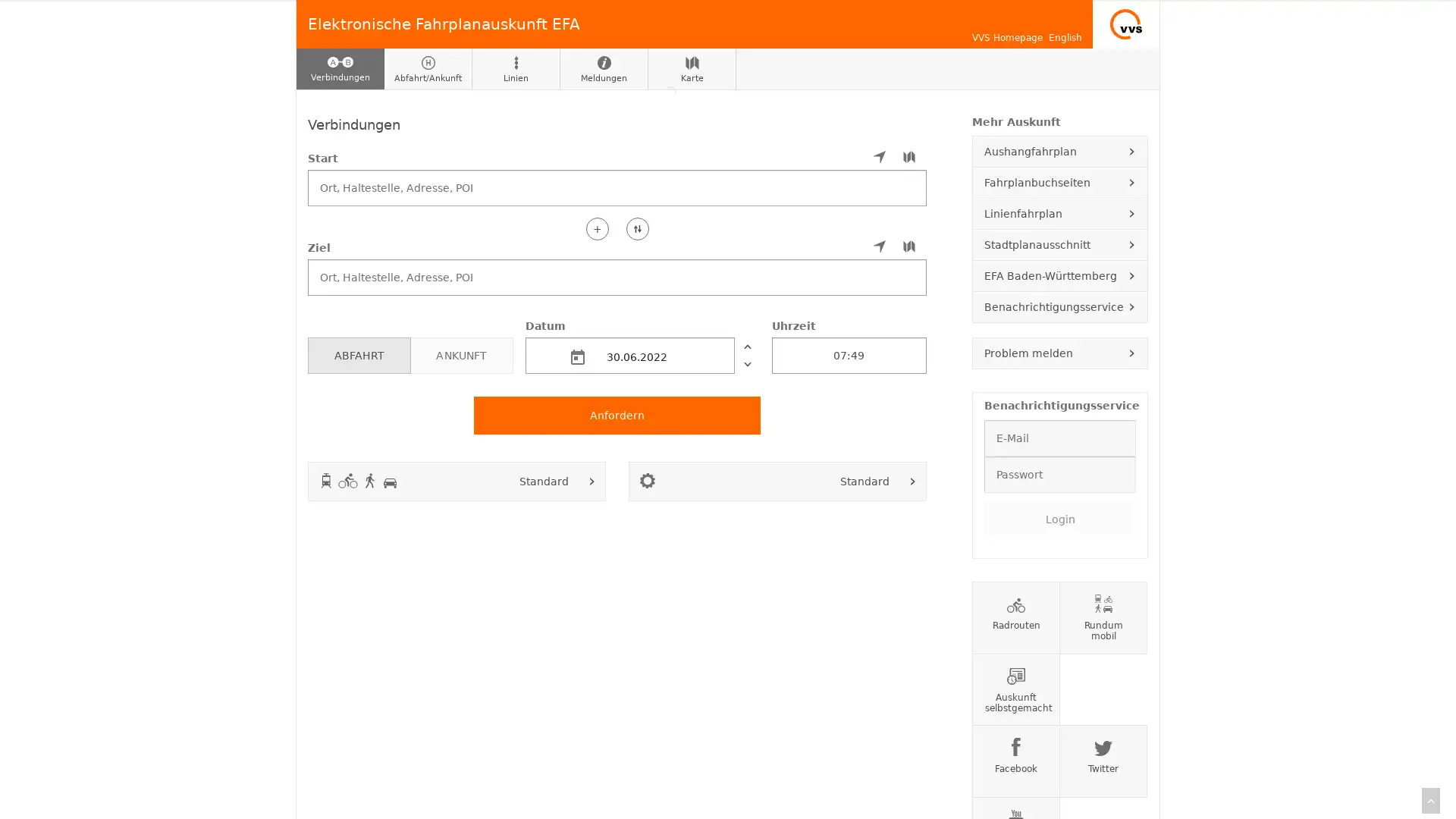  What do you see at coordinates (591, 480) in the screenshot?
I see `Verkehrsmittel auswahlen` at bounding box center [591, 480].